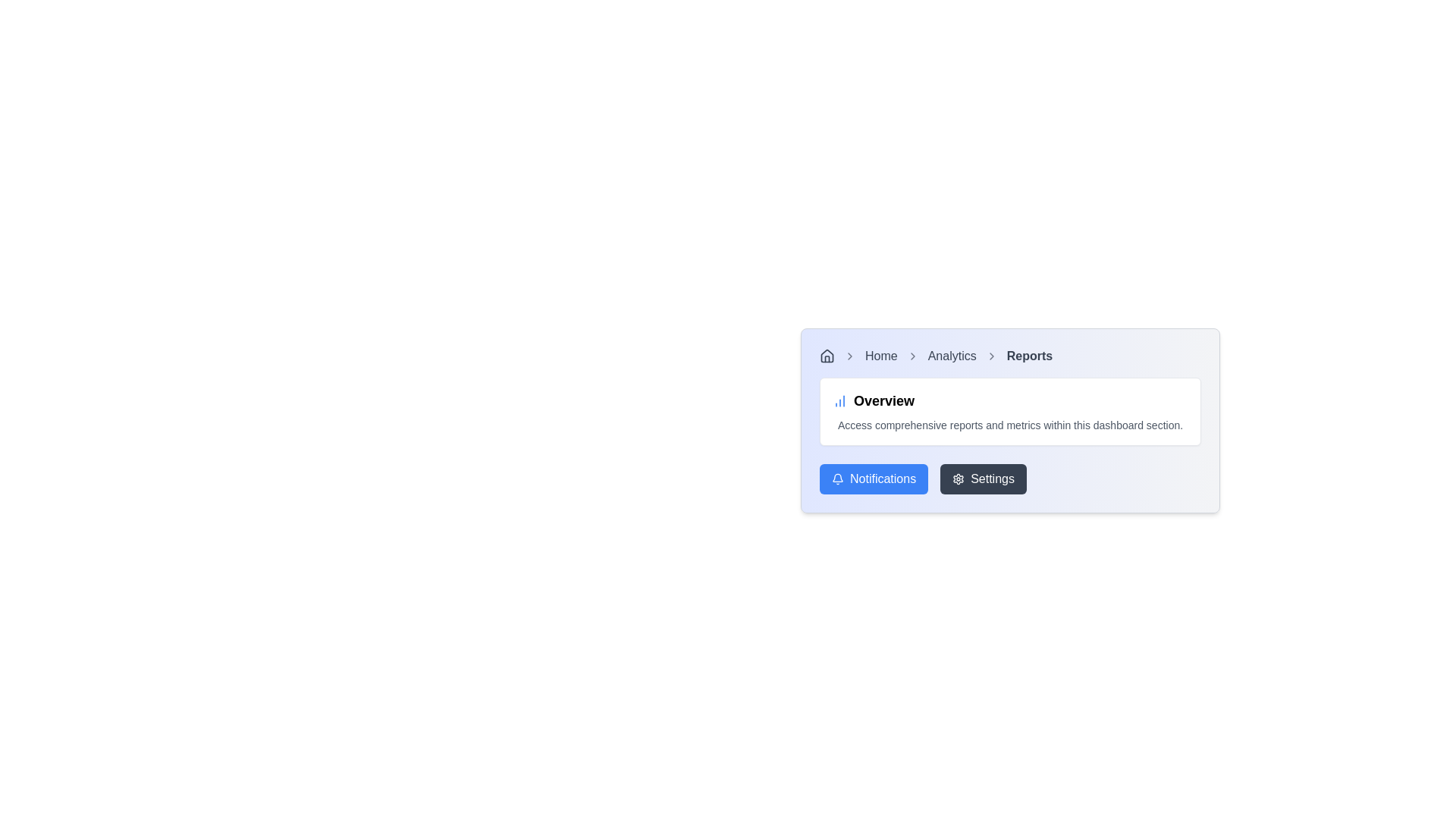  I want to click on the breadcrumb navigation Text label indicating the user's current position within the Analytics section of the site, so click(951, 356).